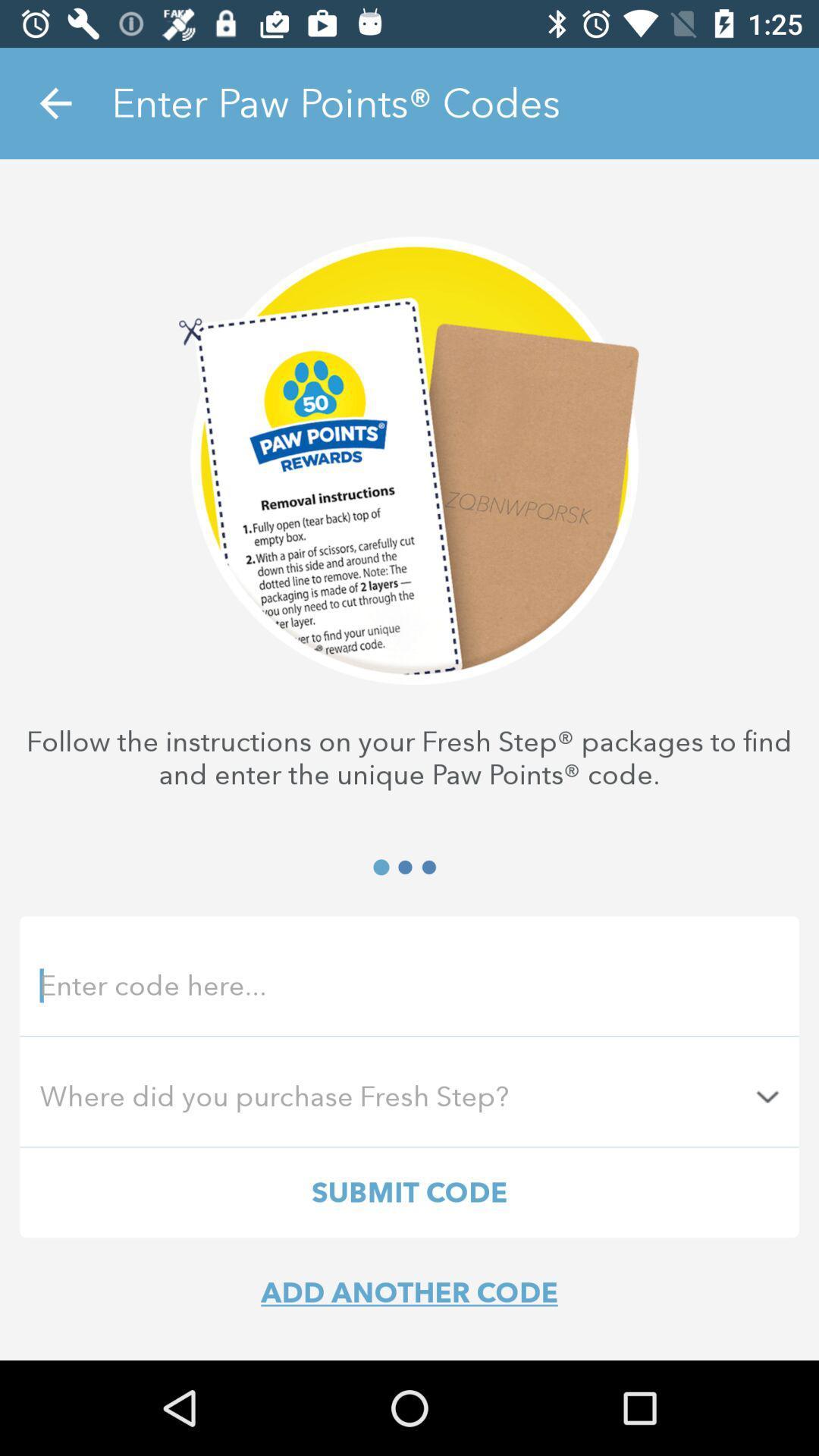  Describe the element at coordinates (55, 102) in the screenshot. I see `item above the follow the instructions` at that location.